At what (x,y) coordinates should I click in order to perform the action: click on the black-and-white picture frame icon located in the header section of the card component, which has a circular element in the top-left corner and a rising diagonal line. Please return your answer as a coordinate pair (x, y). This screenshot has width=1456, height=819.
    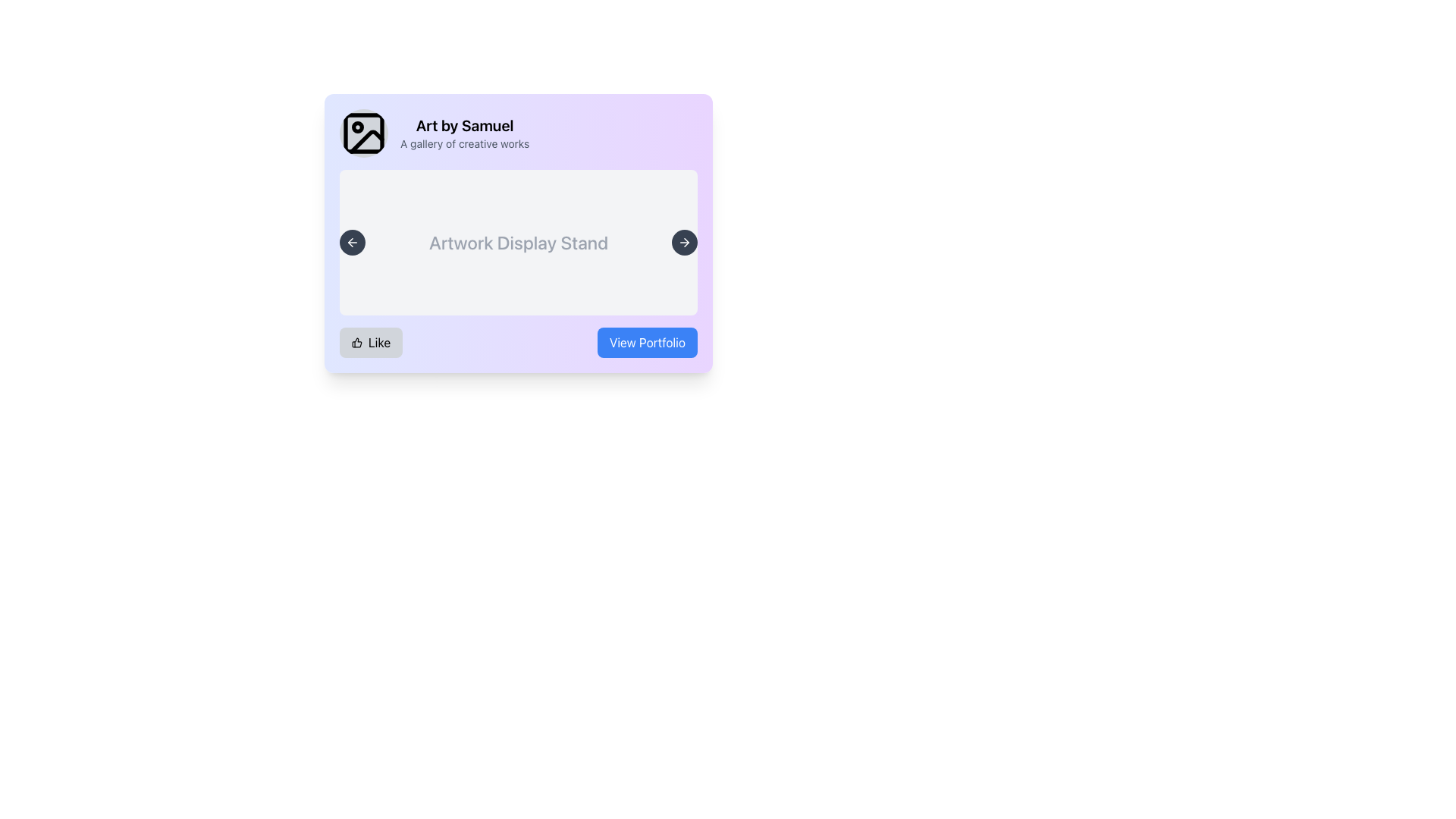
    Looking at the image, I should click on (364, 133).